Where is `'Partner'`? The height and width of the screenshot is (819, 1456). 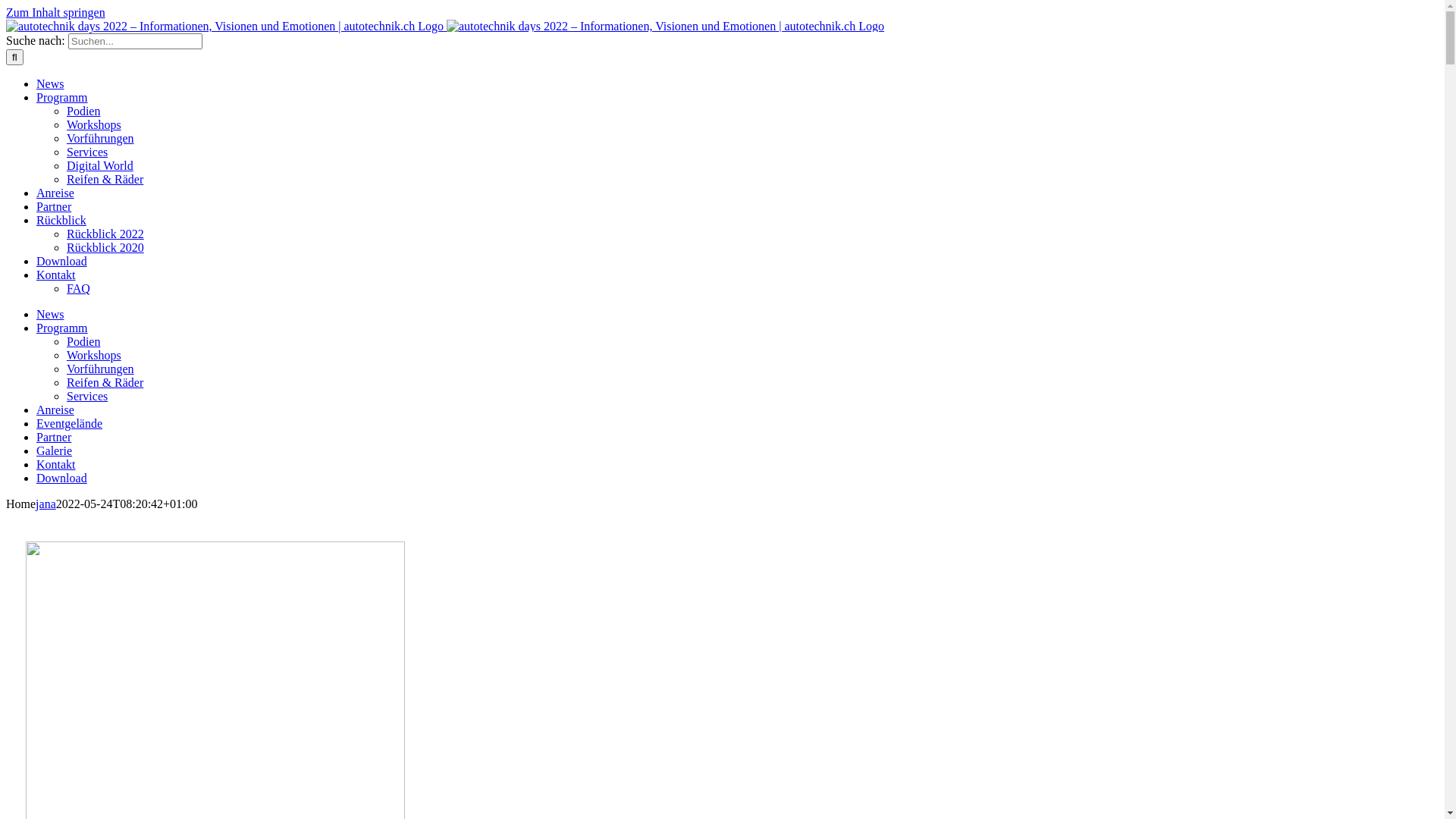
'Partner' is located at coordinates (54, 206).